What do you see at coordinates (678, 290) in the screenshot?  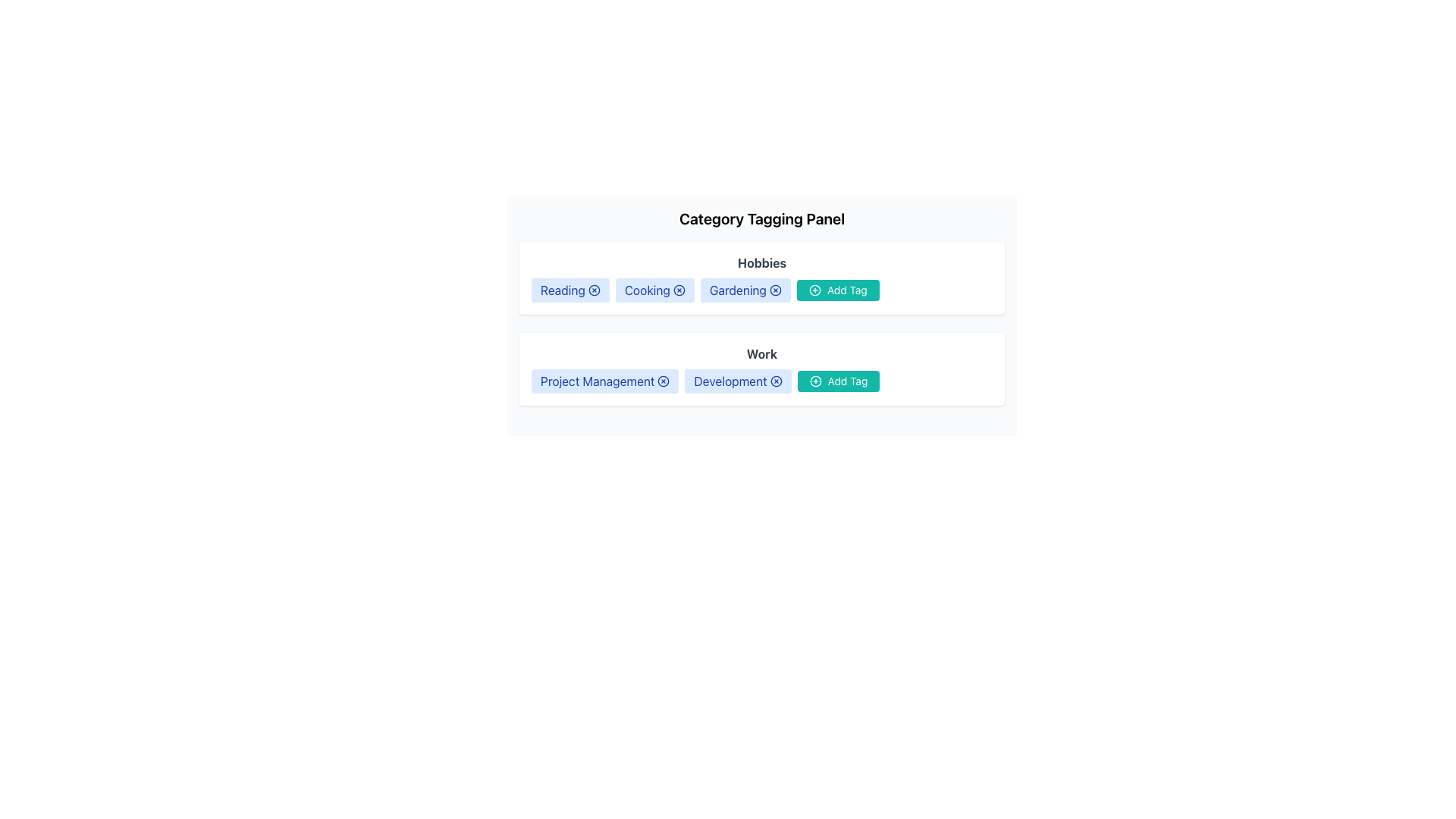 I see `the circular 'X' icon located to the right of the 'Cooking' text within the 'Cooking' tag of the 'Hobbies' section in the 'Category Tagging Panel'` at bounding box center [678, 290].